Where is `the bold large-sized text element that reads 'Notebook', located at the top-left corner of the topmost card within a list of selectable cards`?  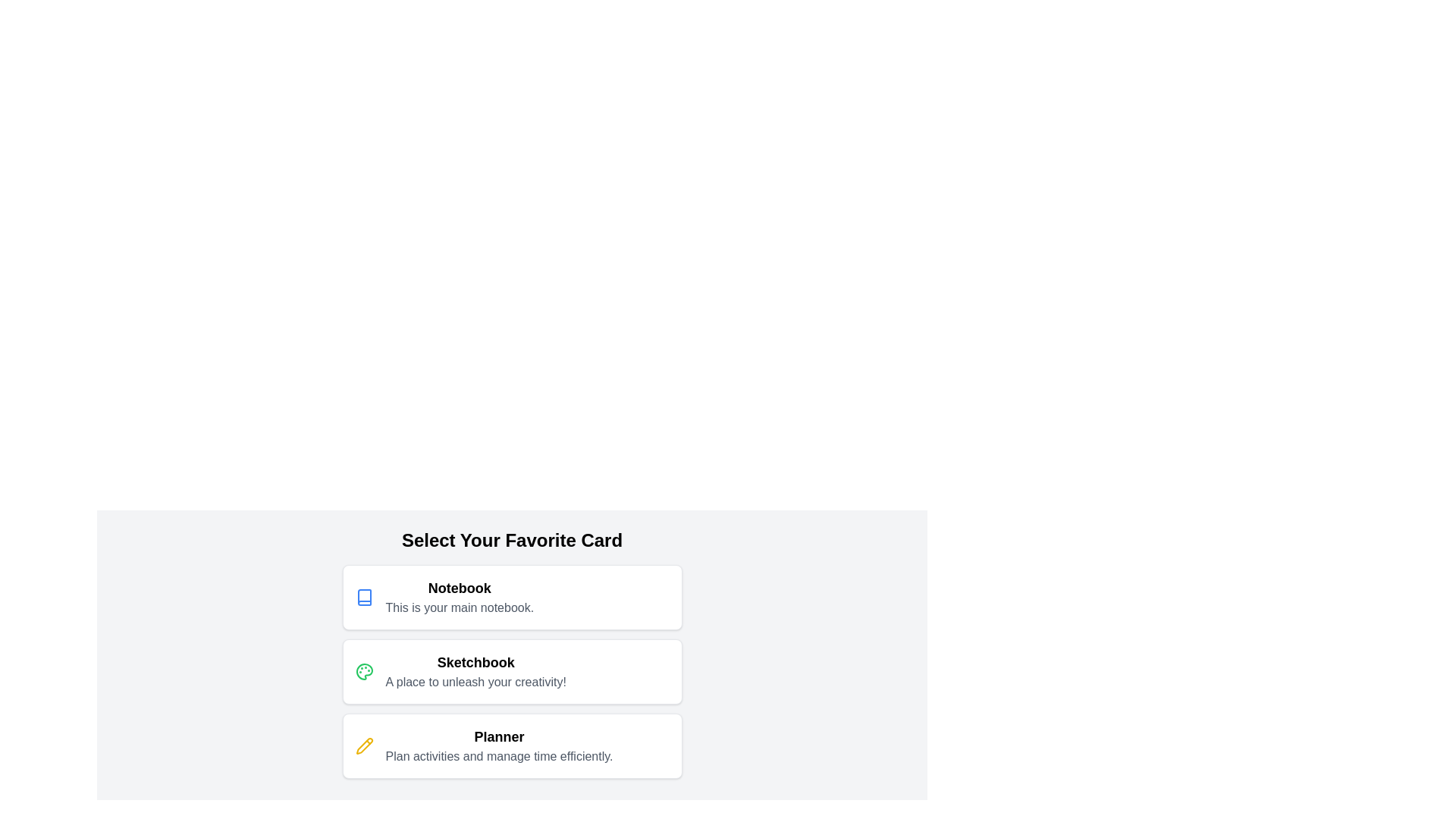 the bold large-sized text element that reads 'Notebook', located at the top-left corner of the topmost card within a list of selectable cards is located at coordinates (459, 587).